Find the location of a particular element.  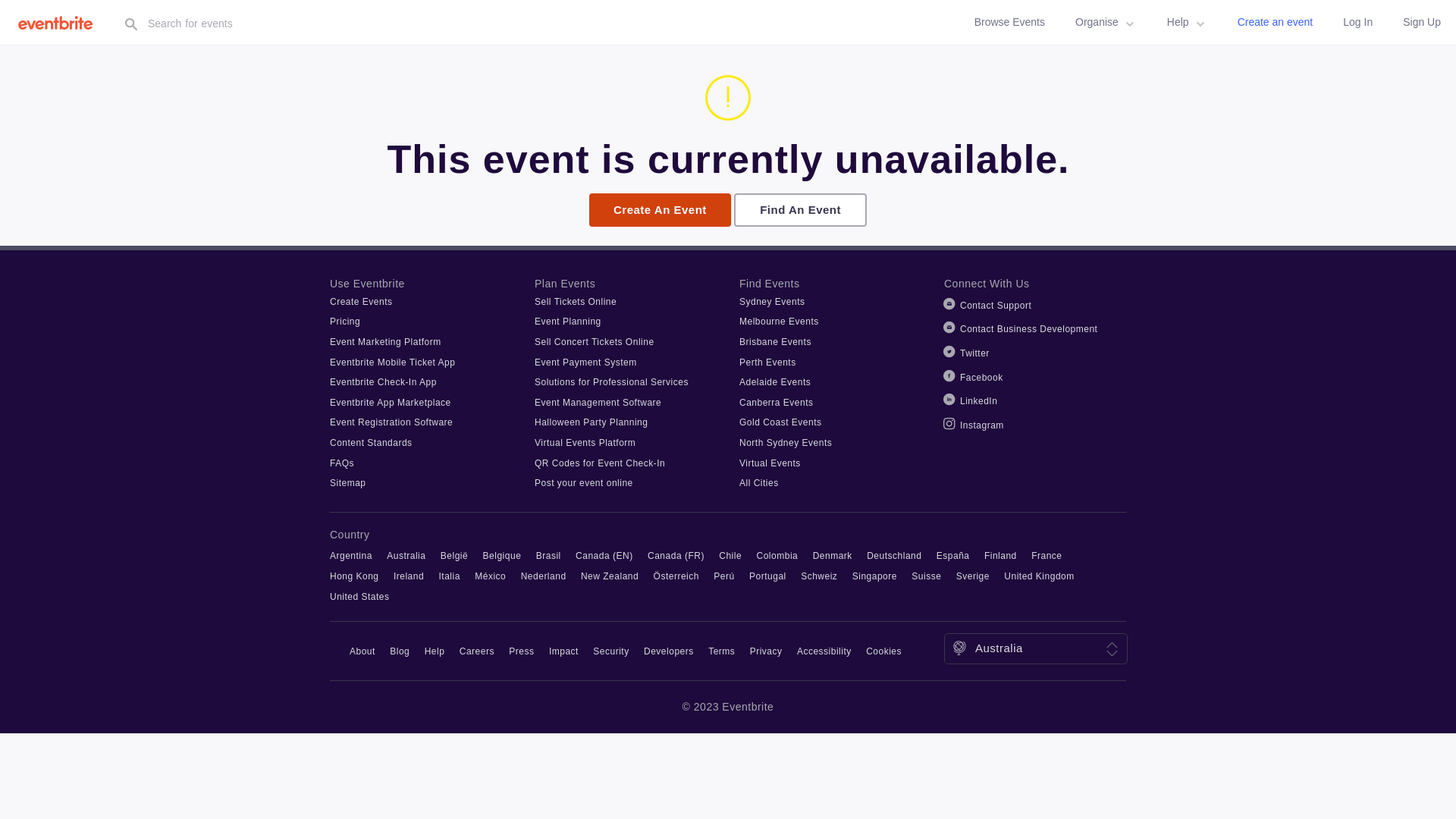

'About' is located at coordinates (362, 651).